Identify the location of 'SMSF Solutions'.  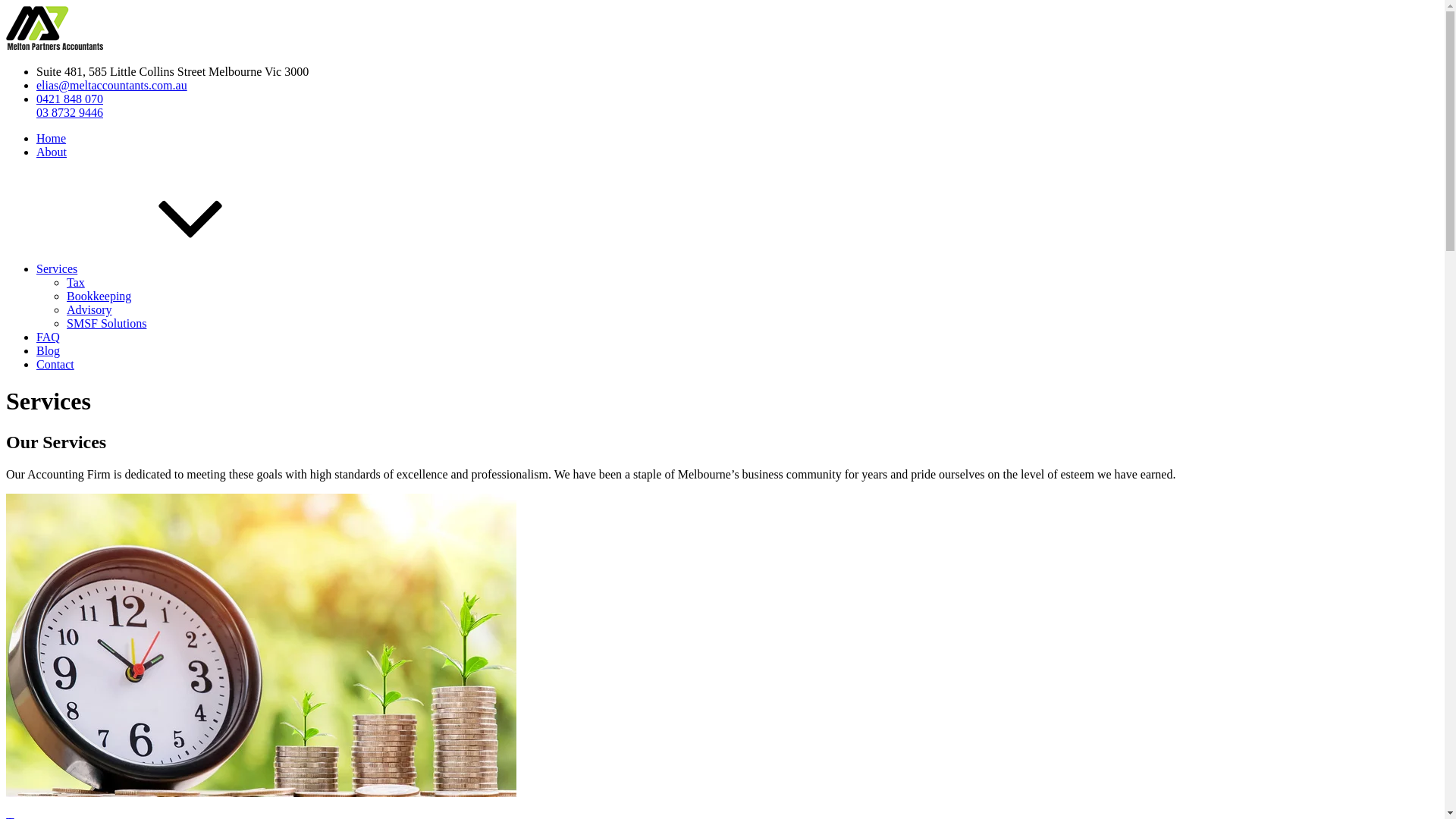
(105, 322).